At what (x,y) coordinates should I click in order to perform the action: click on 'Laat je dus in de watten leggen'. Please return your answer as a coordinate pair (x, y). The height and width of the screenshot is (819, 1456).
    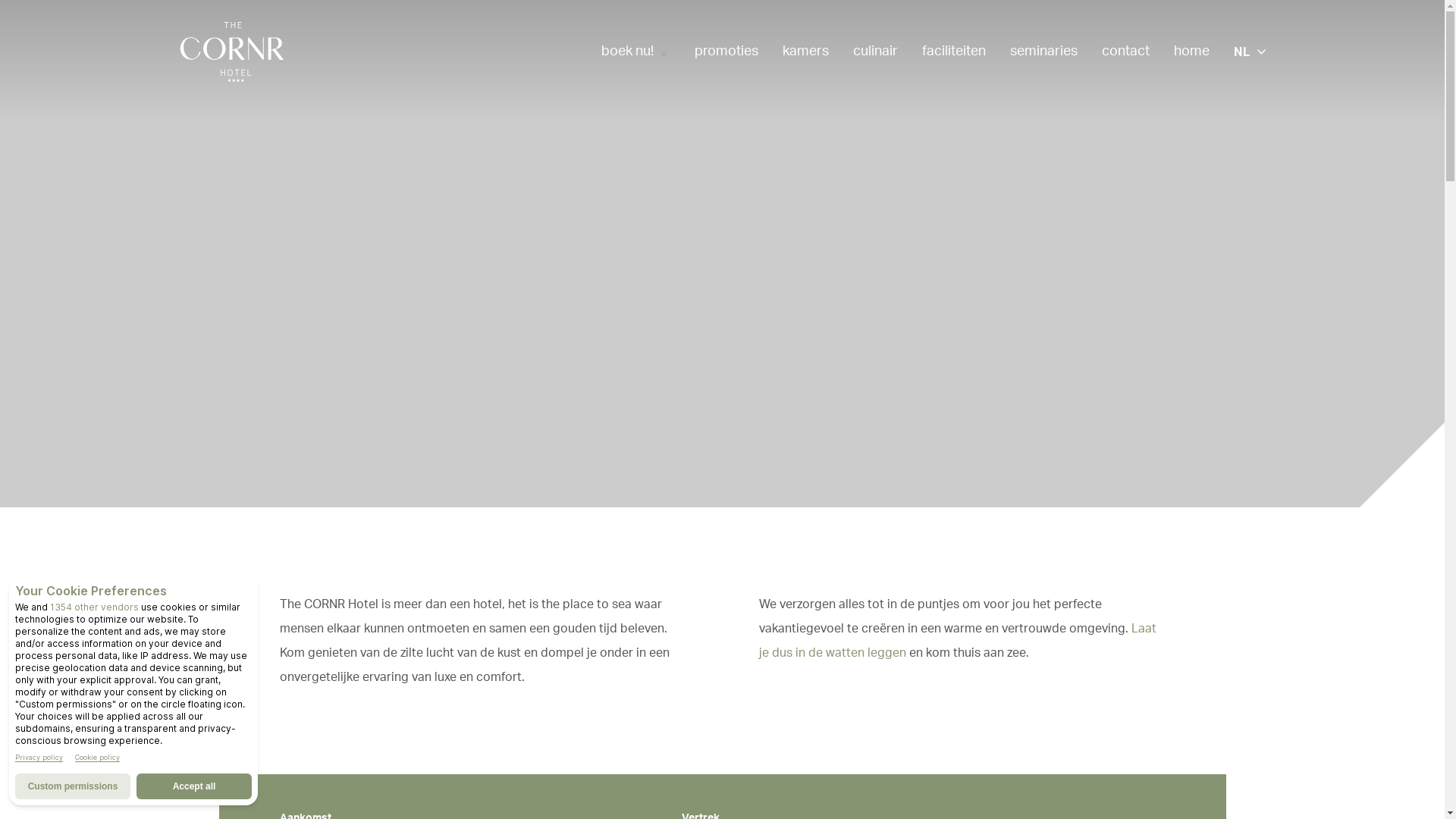
    Looking at the image, I should click on (956, 640).